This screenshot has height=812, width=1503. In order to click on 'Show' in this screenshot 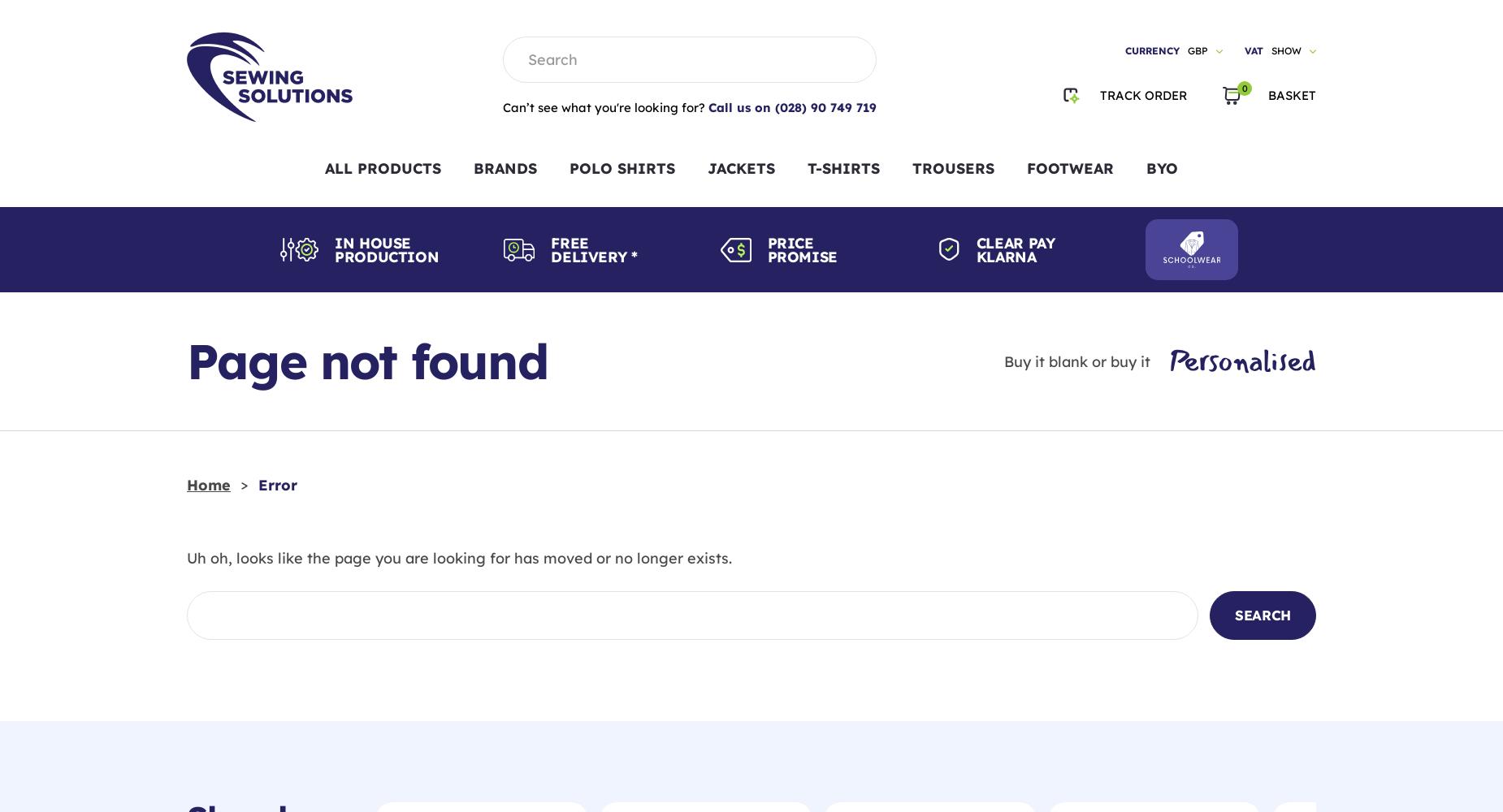, I will do `click(1286, 50)`.